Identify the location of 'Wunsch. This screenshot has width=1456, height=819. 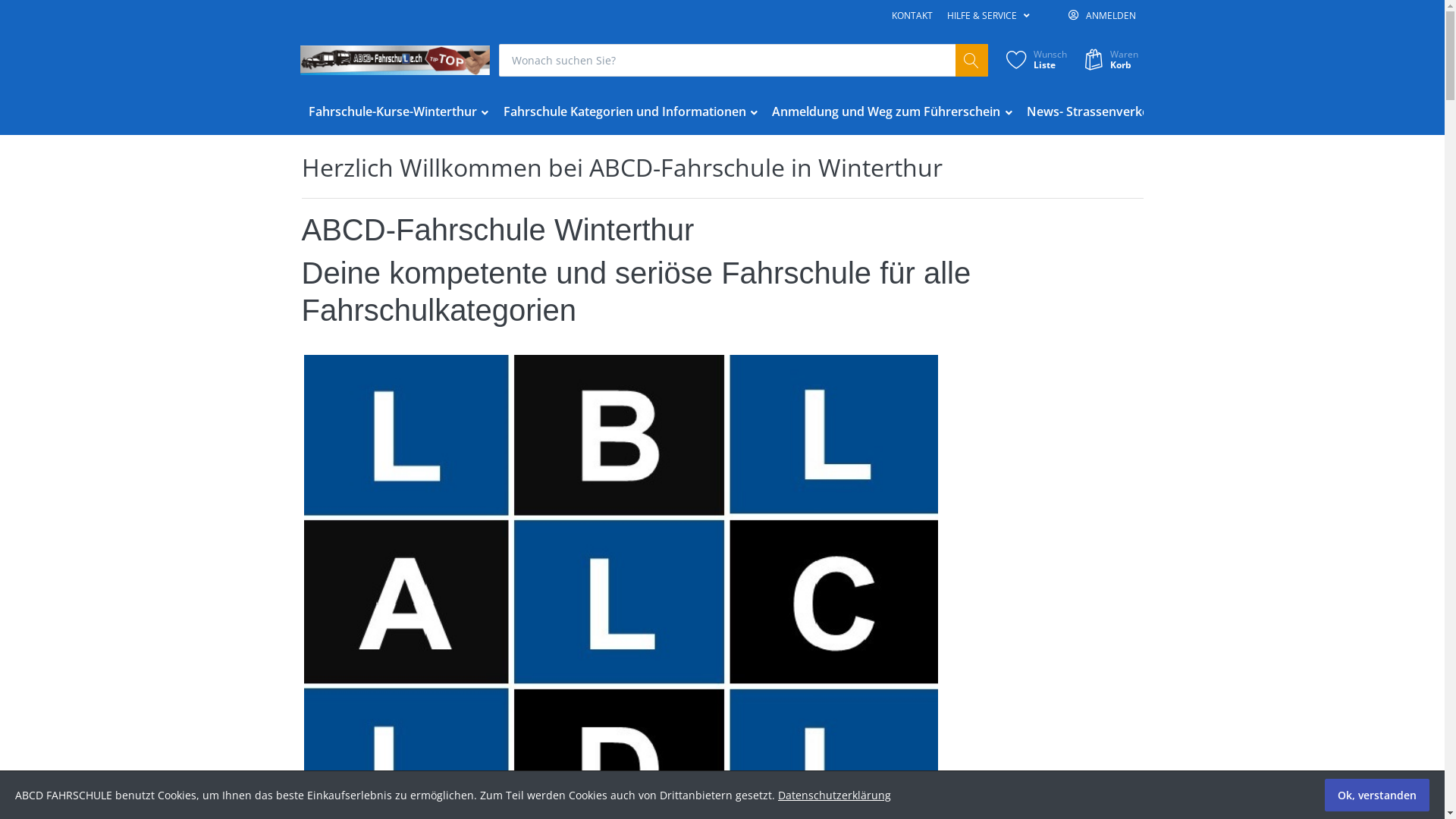
(1034, 59).